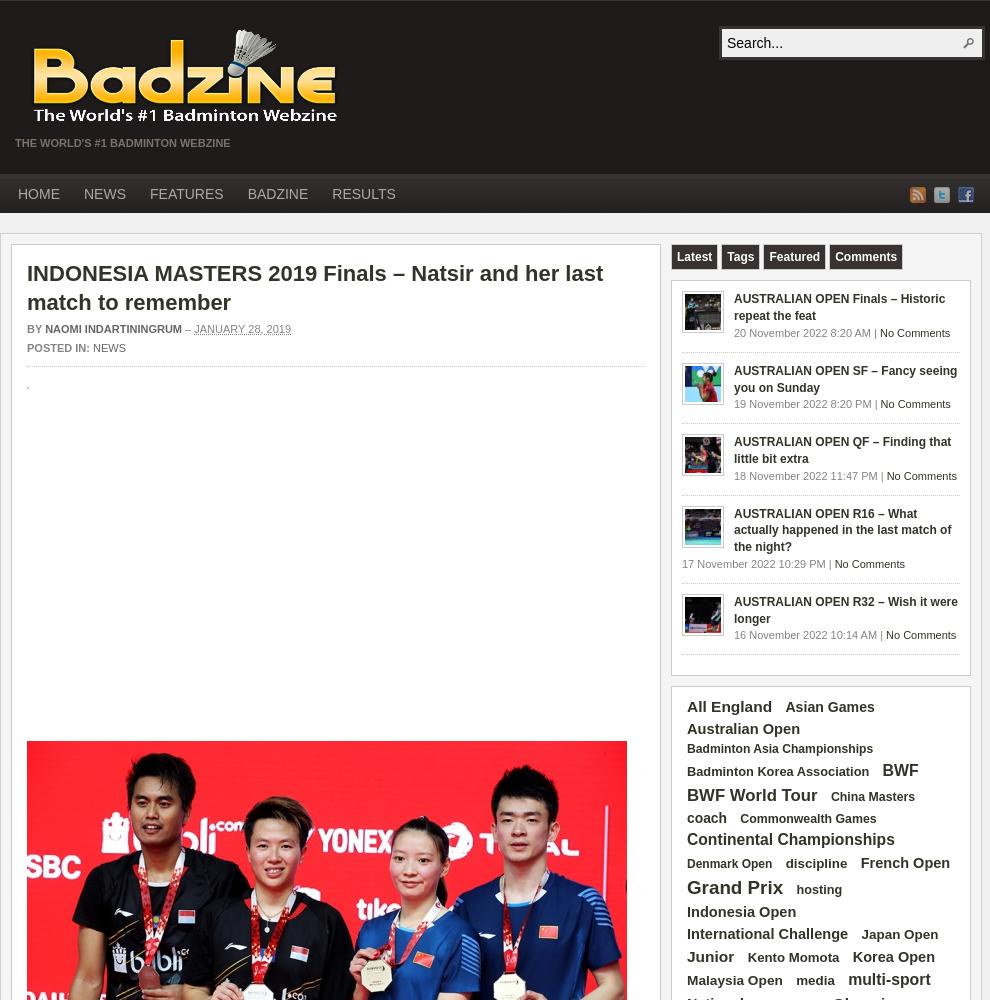 Image resolution: width=990 pixels, height=1000 pixels. I want to click on 'Indonesia Open', so click(740, 912).